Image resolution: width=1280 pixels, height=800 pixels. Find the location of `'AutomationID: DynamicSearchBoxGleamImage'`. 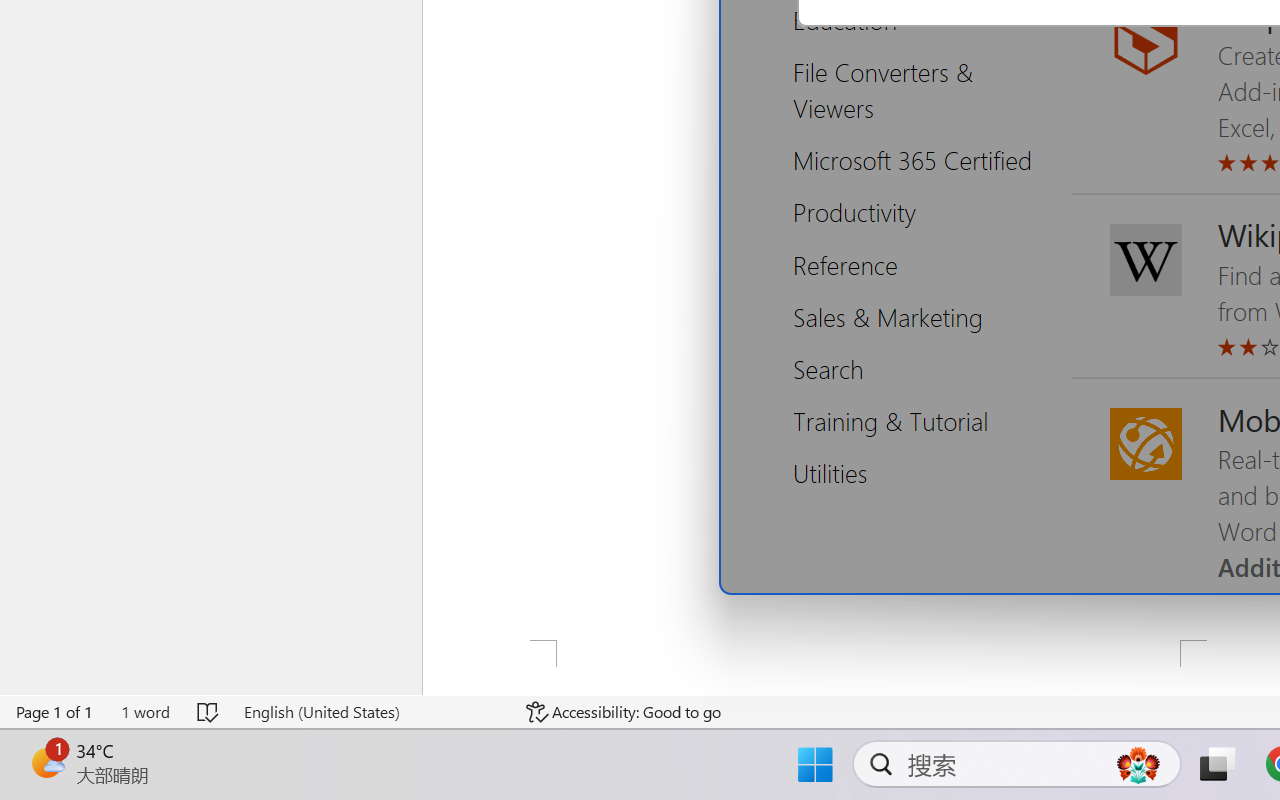

'AutomationID: DynamicSearchBoxGleamImage' is located at coordinates (1138, 764).